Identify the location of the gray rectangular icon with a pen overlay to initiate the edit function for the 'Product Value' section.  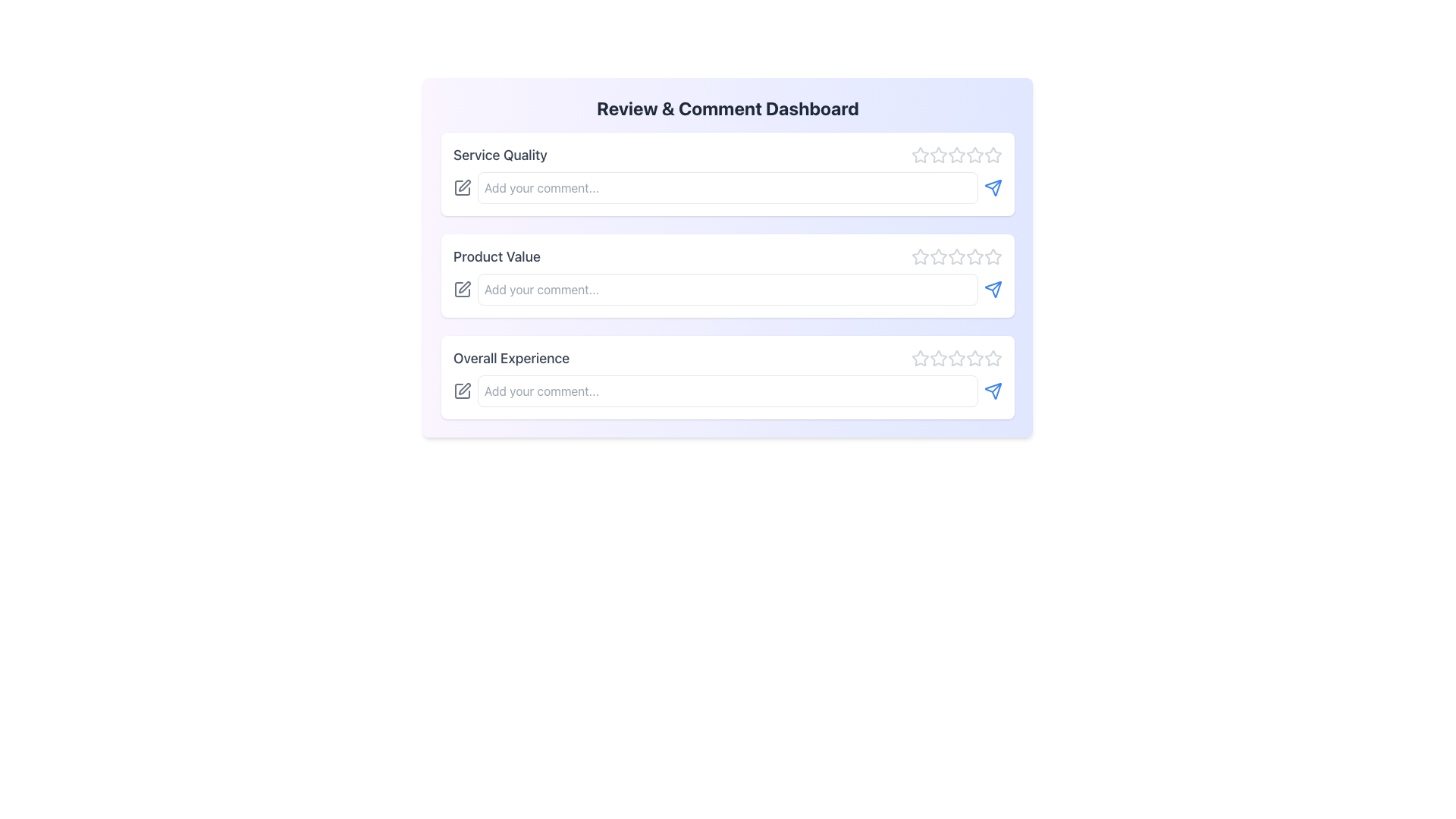
(461, 289).